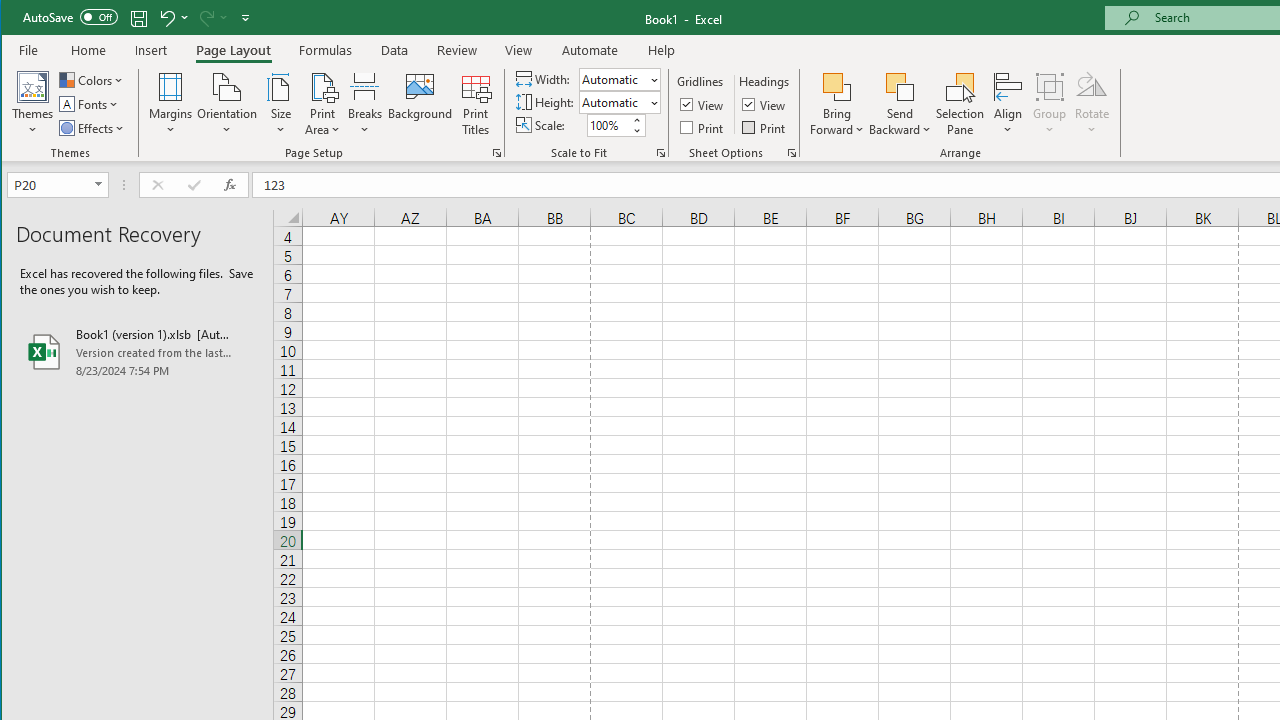  I want to click on 'Width', so click(618, 78).